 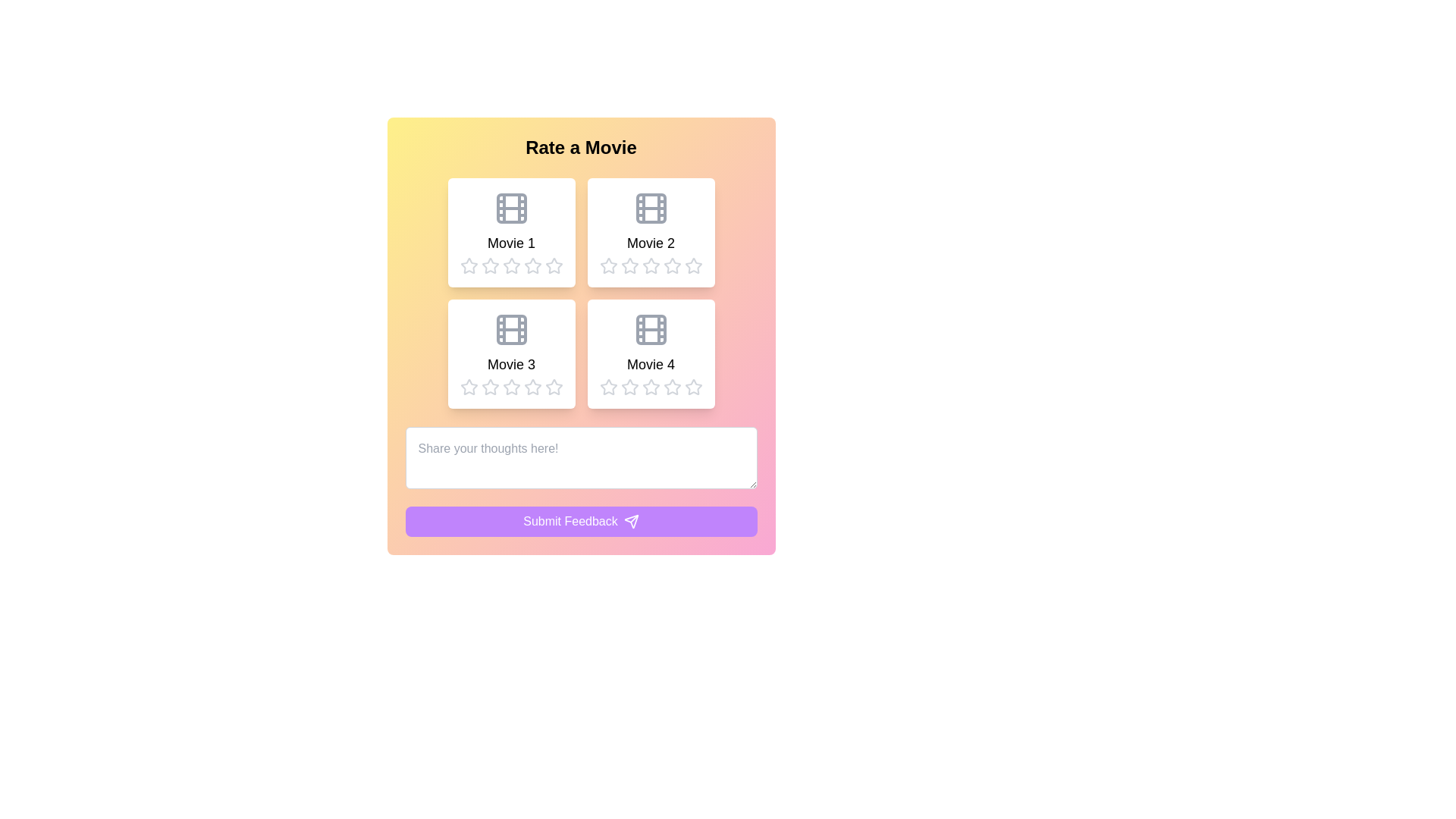 What do you see at coordinates (511, 242) in the screenshot?
I see `the text label displaying 'Movie 1', which is centrally located beneath the movie thumbnail icon in the upper-left card of a 2x2 grid layout` at bounding box center [511, 242].